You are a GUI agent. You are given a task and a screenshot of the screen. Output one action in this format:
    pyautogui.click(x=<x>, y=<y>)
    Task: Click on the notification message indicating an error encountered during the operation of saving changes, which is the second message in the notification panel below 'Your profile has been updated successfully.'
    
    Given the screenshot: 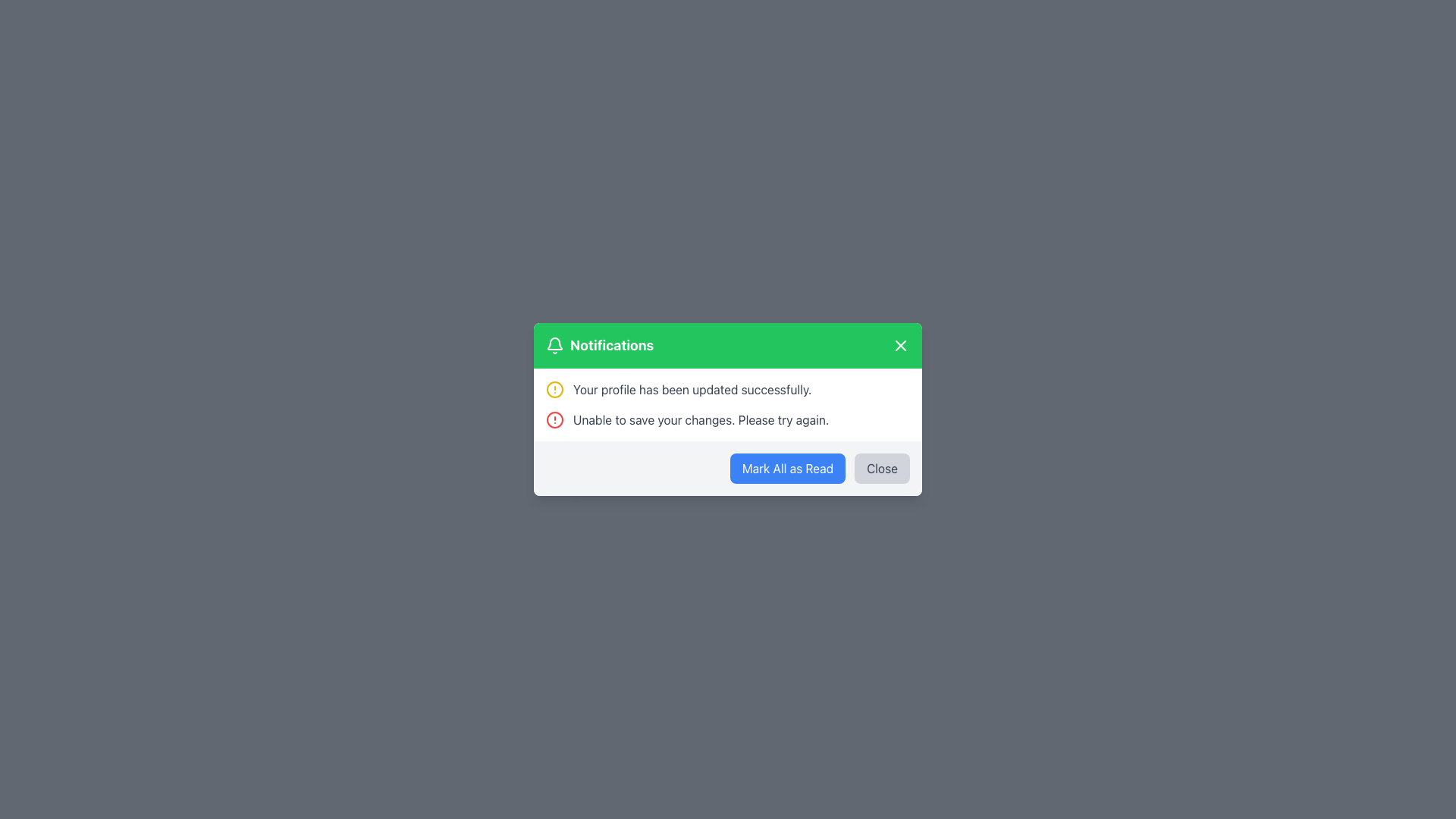 What is the action you would take?
    pyautogui.click(x=728, y=420)
    